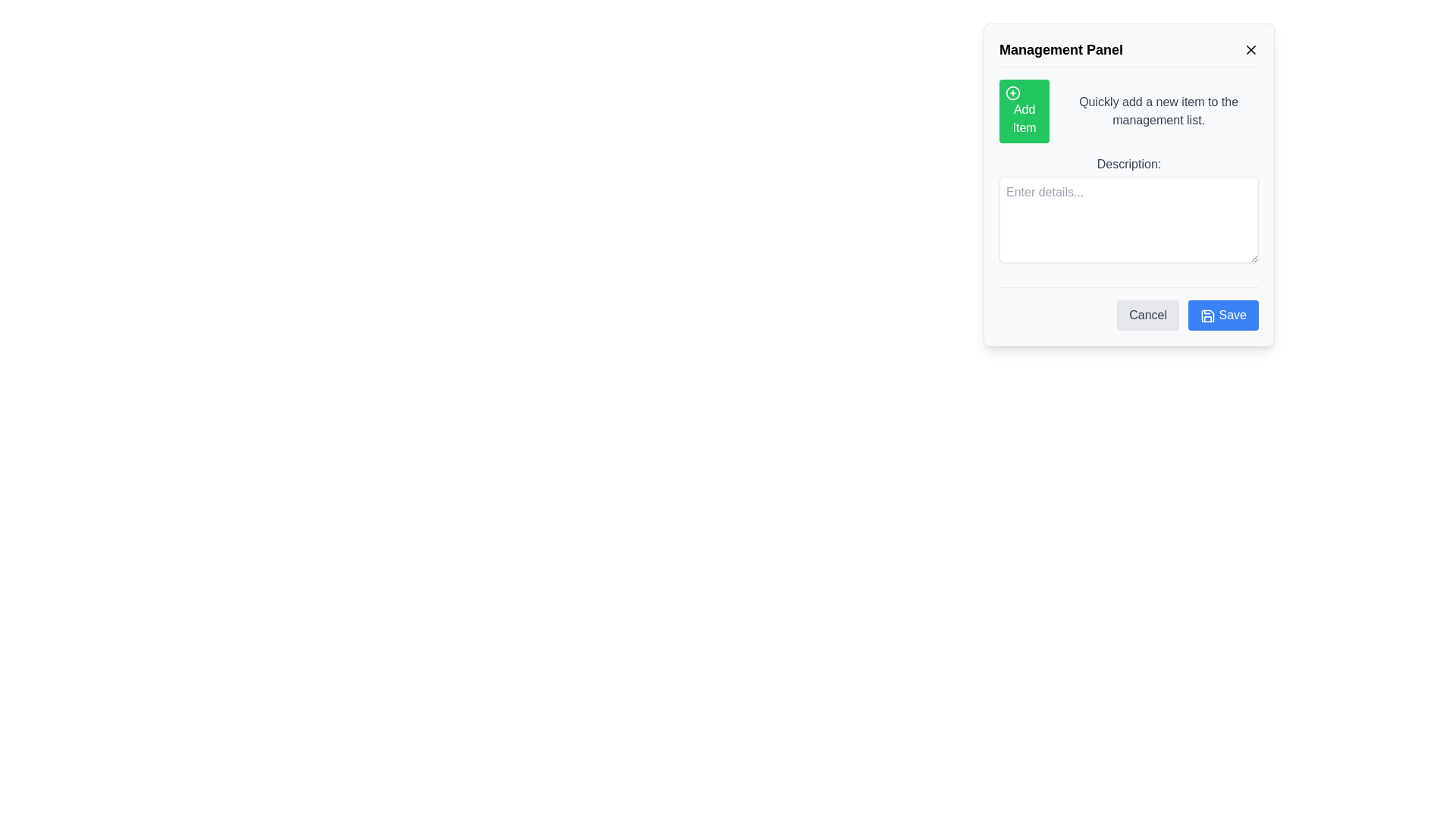 The image size is (1456, 819). What do you see at coordinates (1207, 315) in the screenshot?
I see `the save icon located on the blue 'Save' button at the bottom right of the popup panel to potentially see a tooltip` at bounding box center [1207, 315].